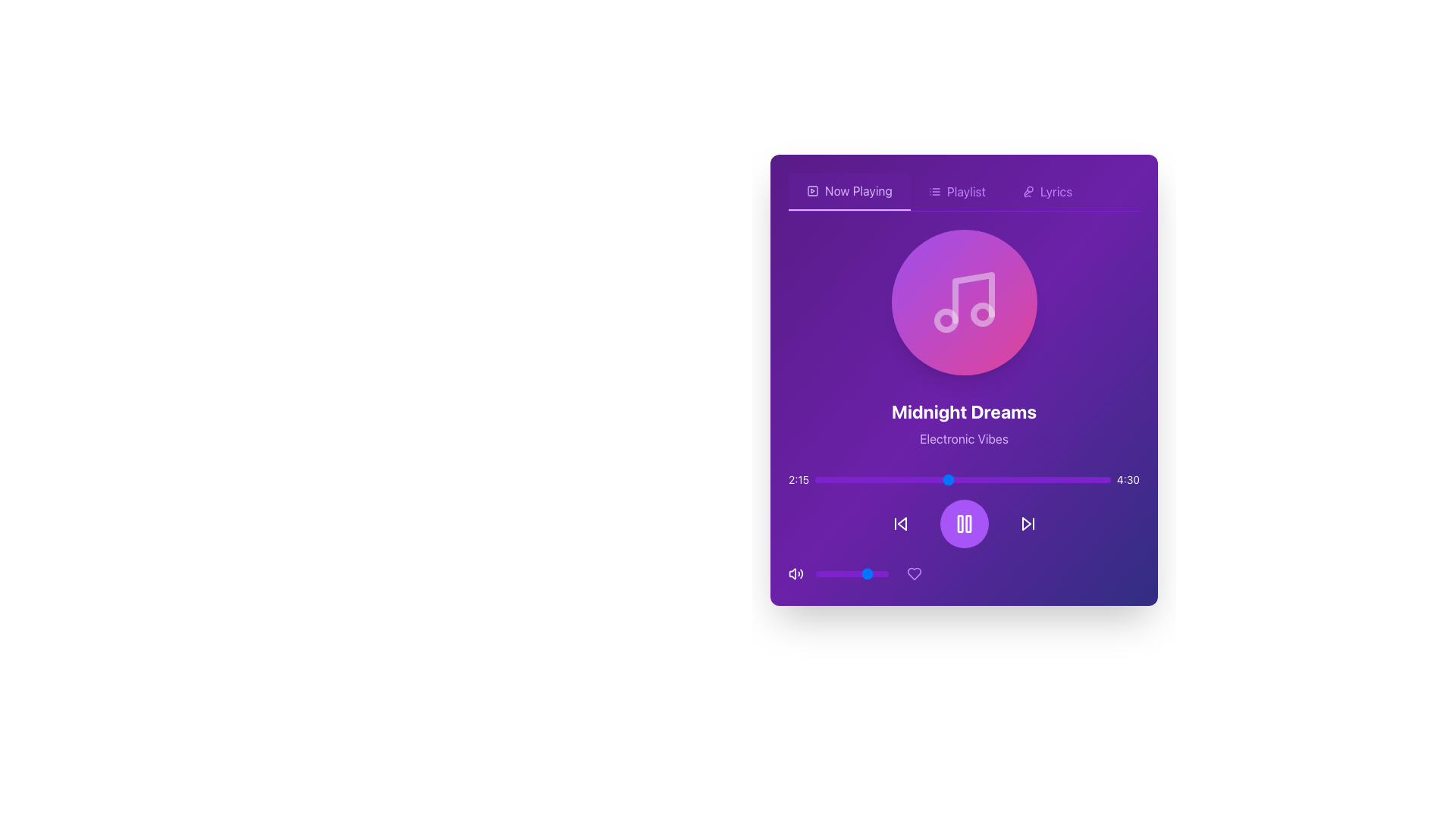  What do you see at coordinates (913, 573) in the screenshot?
I see `the heart-shaped outline icon in the music player interface` at bounding box center [913, 573].